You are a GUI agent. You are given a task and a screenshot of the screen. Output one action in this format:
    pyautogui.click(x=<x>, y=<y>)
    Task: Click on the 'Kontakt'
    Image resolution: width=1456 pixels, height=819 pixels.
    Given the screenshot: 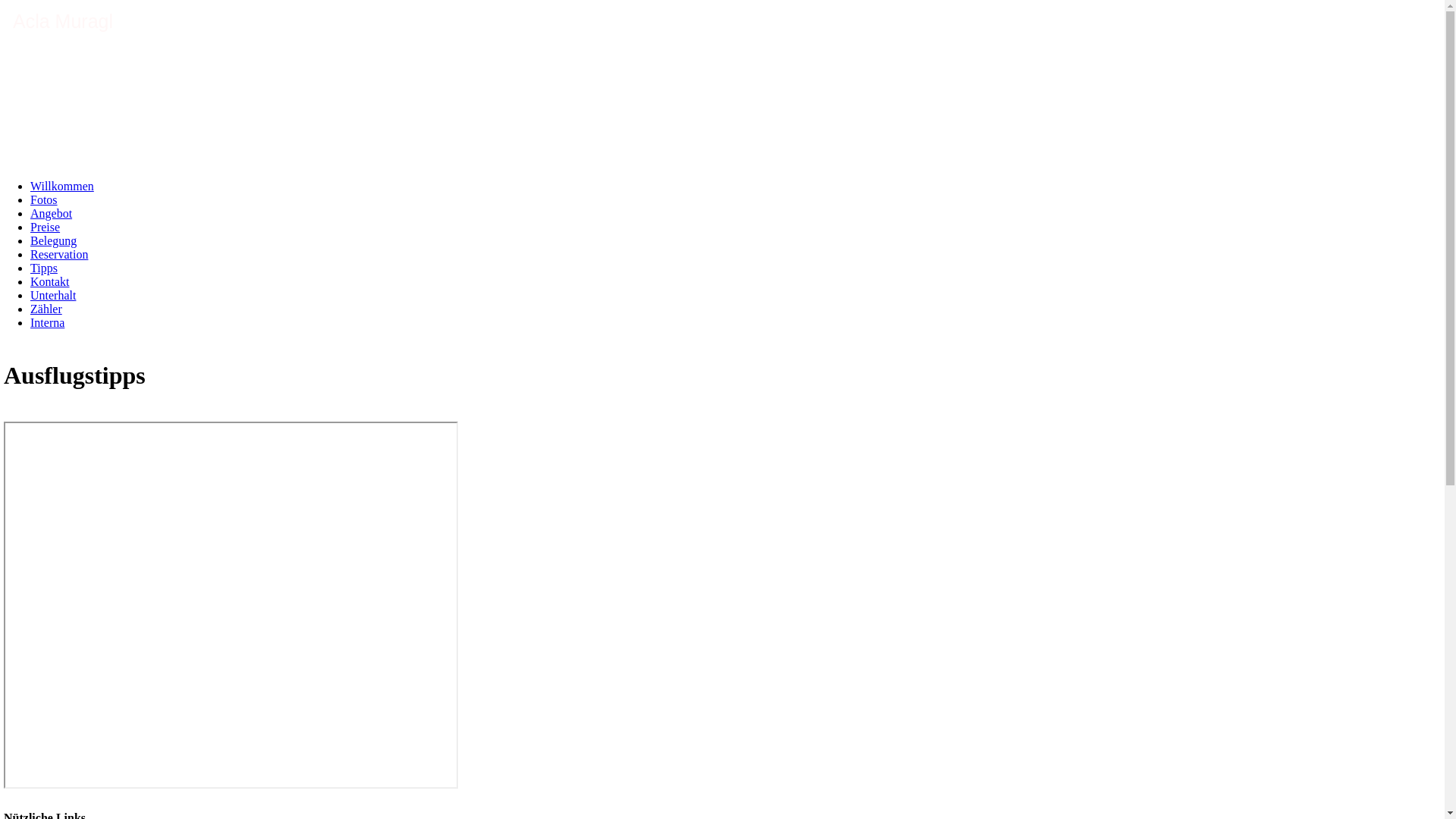 What is the action you would take?
    pyautogui.click(x=30, y=281)
    